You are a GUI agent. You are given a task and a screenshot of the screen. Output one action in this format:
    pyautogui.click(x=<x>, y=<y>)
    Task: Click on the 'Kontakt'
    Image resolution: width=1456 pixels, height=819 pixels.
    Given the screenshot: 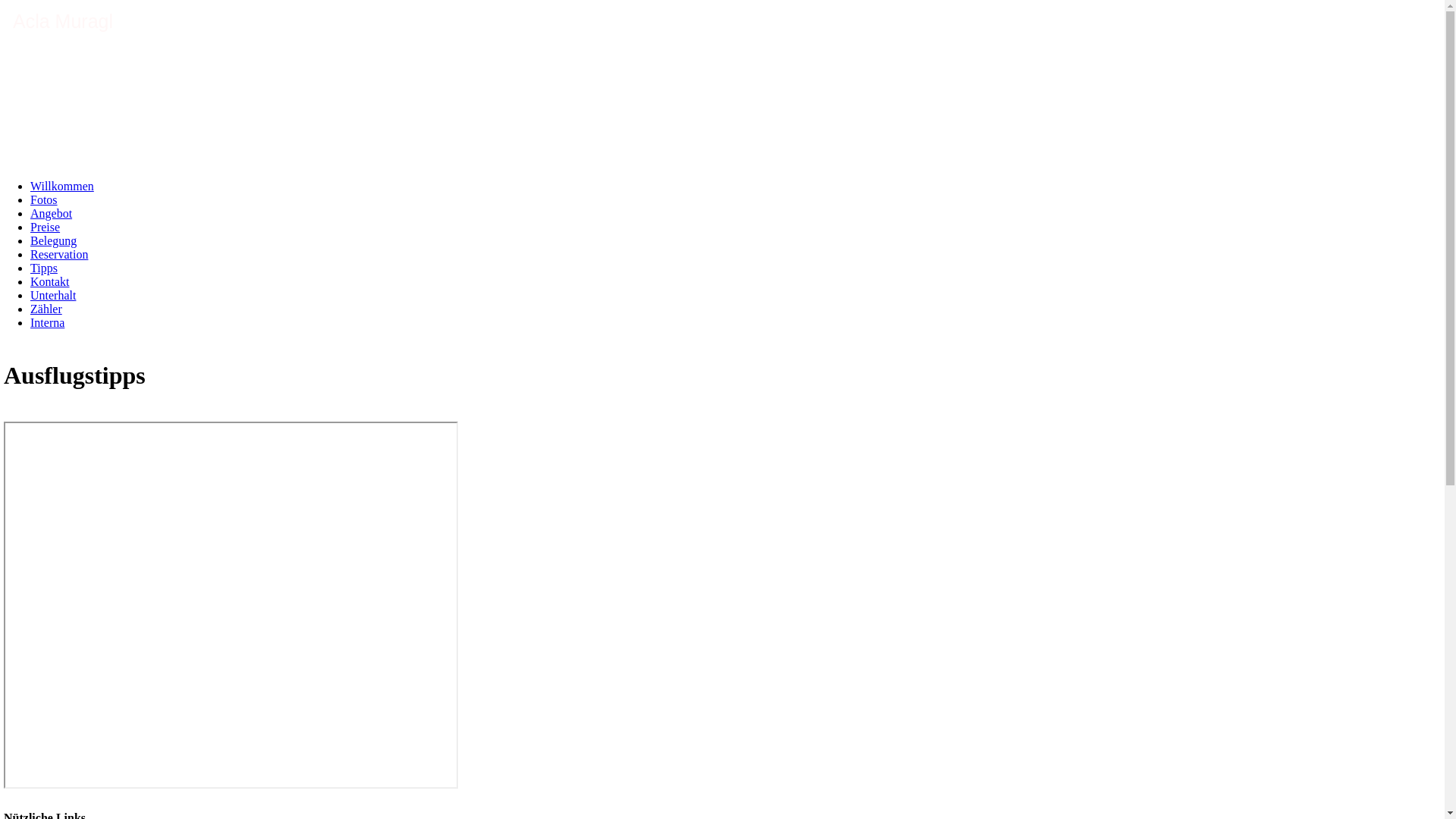 What is the action you would take?
    pyautogui.click(x=30, y=281)
    